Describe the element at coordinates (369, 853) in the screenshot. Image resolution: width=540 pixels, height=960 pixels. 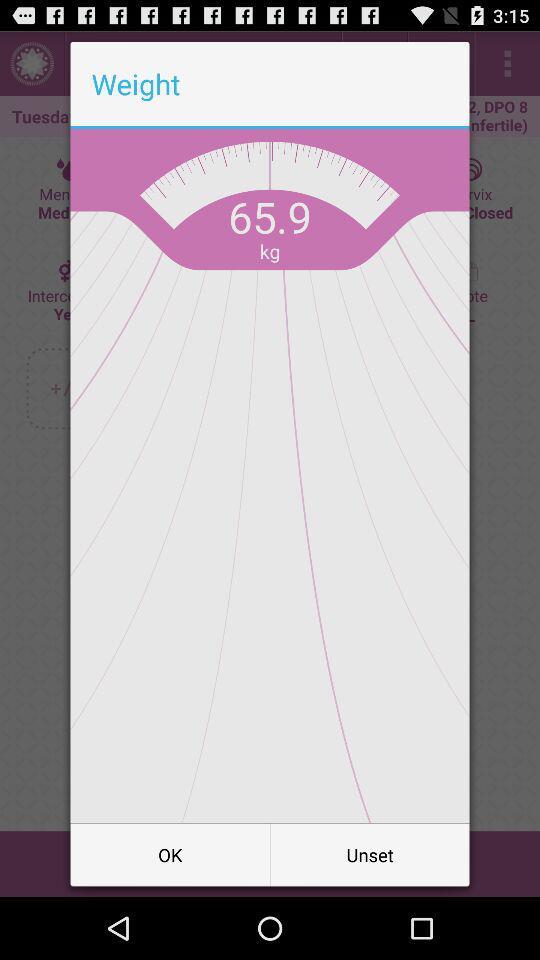
I see `item to the right of the ok` at that location.